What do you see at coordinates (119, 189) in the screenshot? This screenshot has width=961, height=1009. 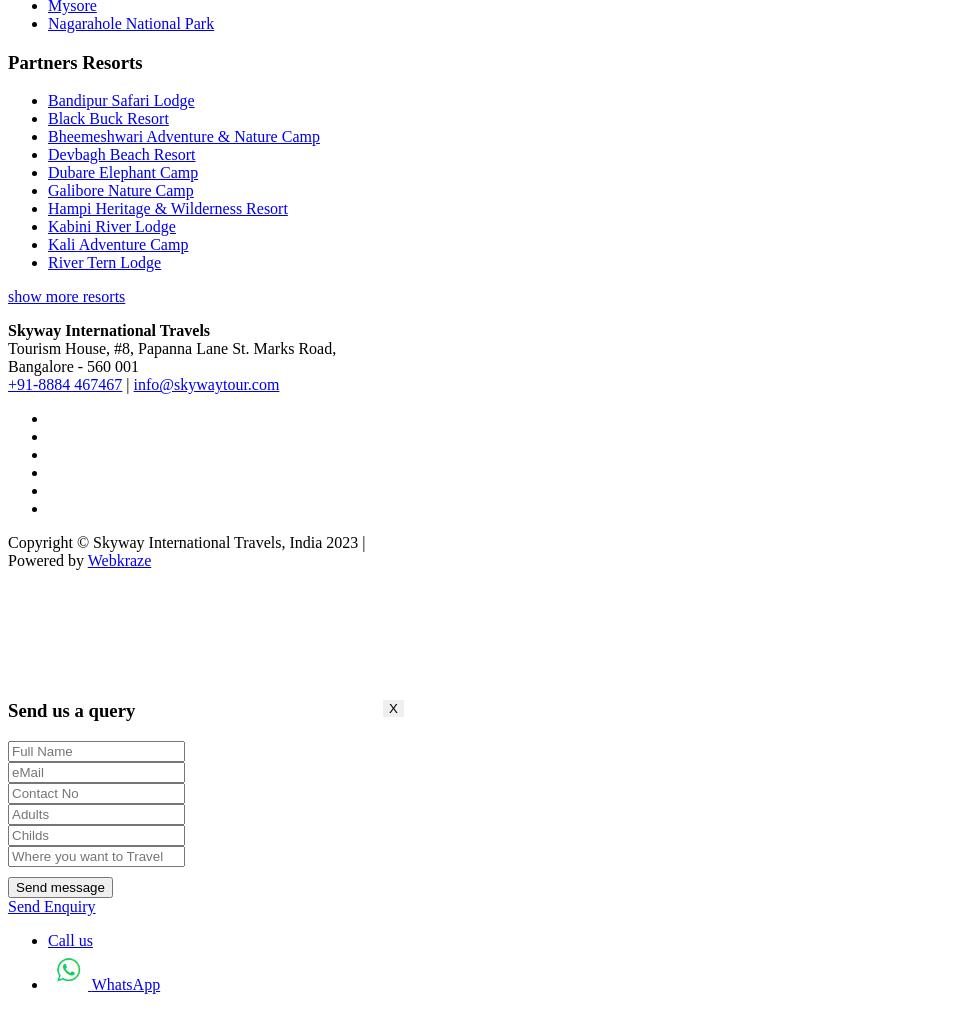 I see `'Galibore Nature Camp'` at bounding box center [119, 189].